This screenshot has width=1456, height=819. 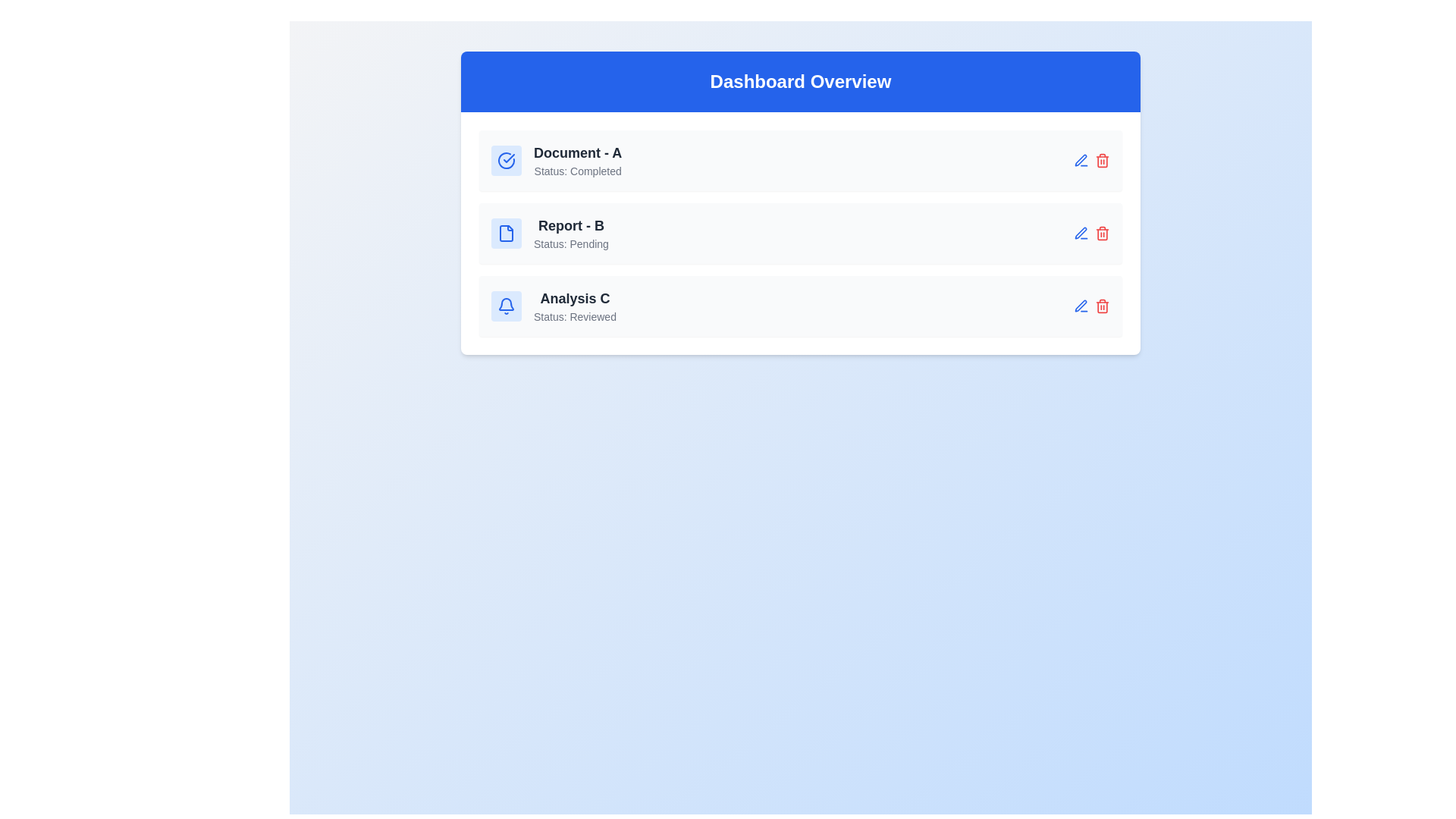 I want to click on the Text Label that displays the completion status of the associated document, located beneath the 'Document - A' label in a vertically stacked list within a card layout, so click(x=577, y=171).